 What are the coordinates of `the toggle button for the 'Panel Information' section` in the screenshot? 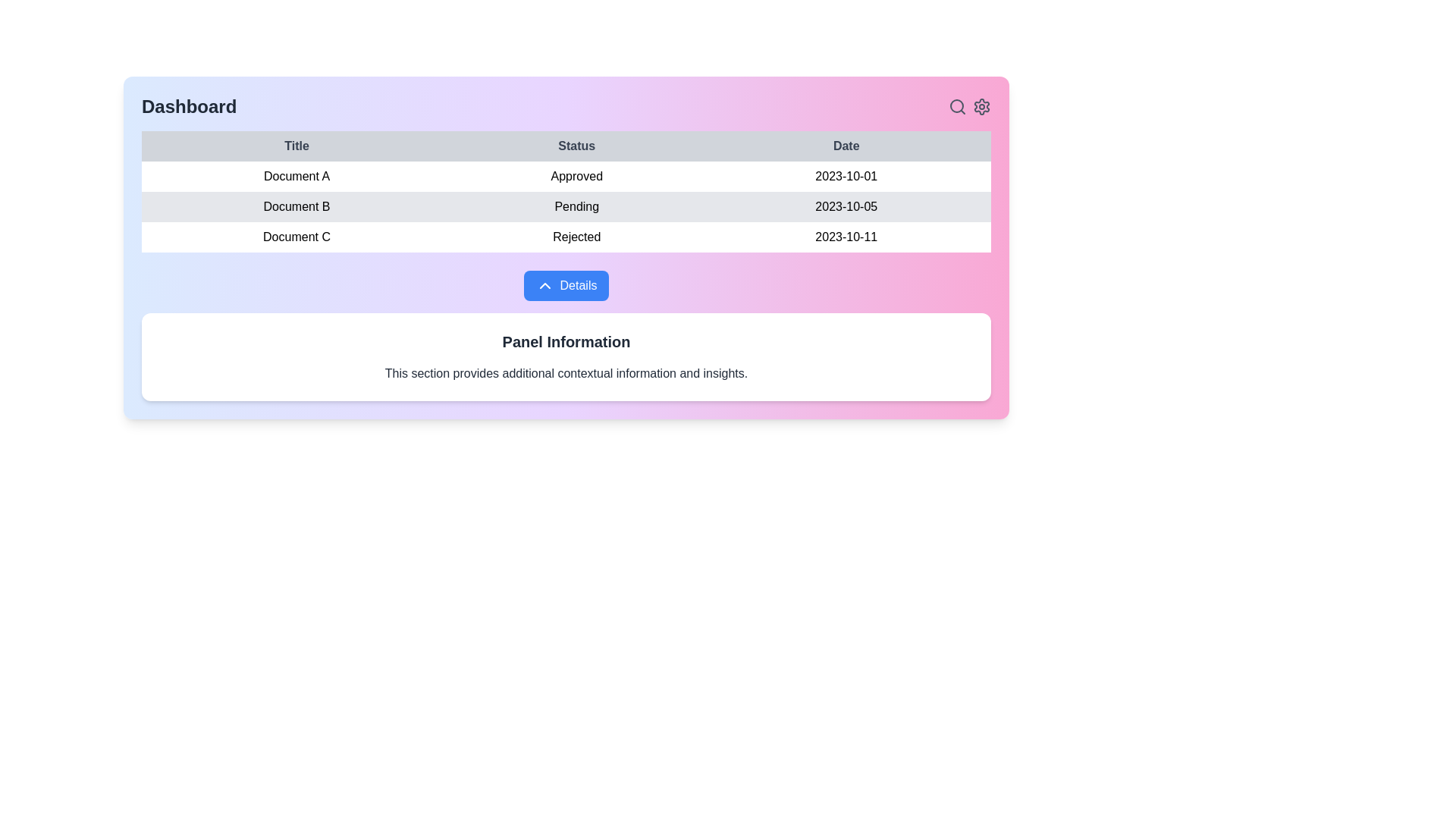 It's located at (566, 286).